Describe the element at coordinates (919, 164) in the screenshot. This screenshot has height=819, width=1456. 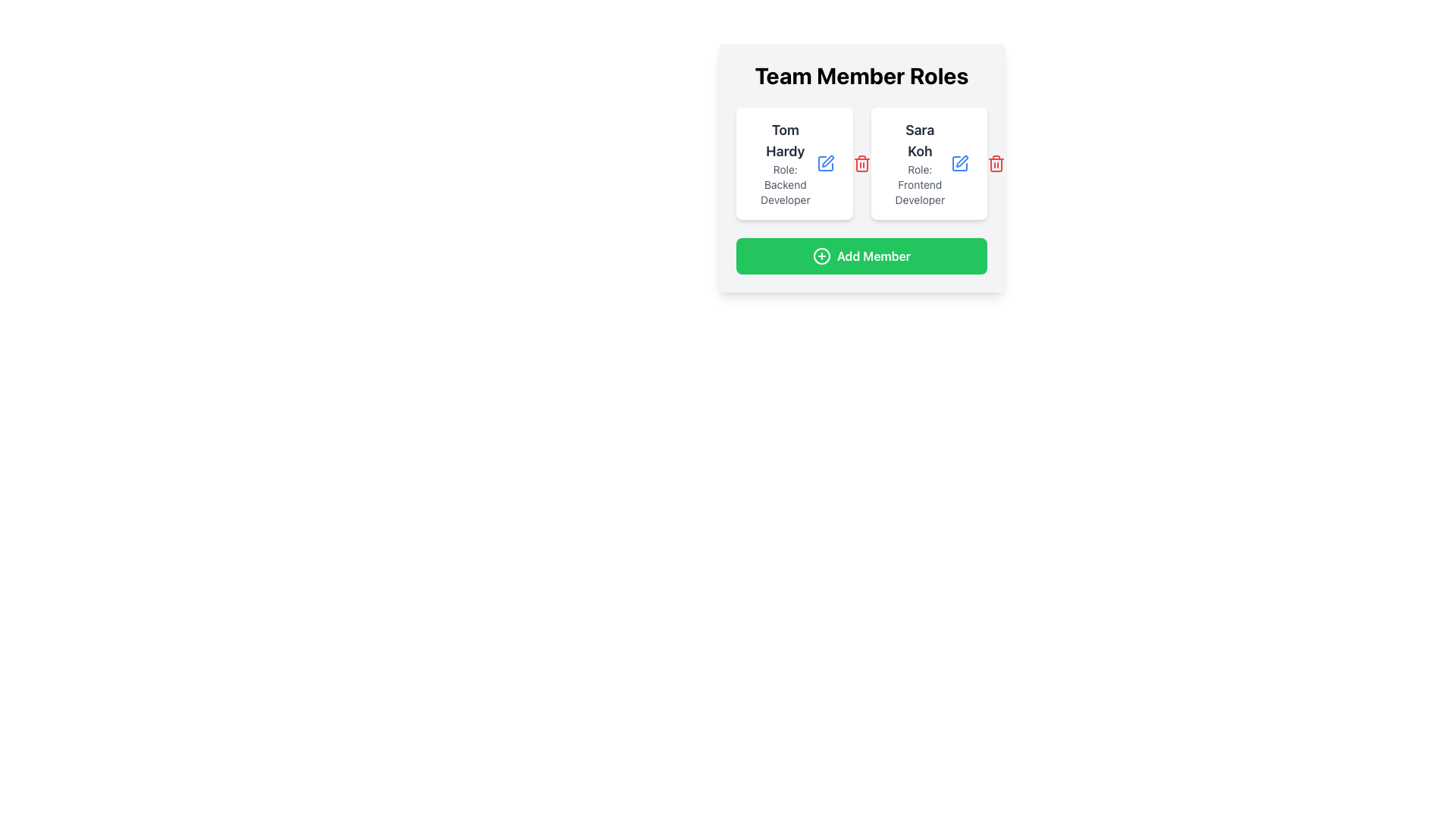
I see `text content displaying the name 'Sara Koh' and the role description 'Role: Frontend Developer' located in the second profile card from the left under 'Team Member Roles'` at that location.